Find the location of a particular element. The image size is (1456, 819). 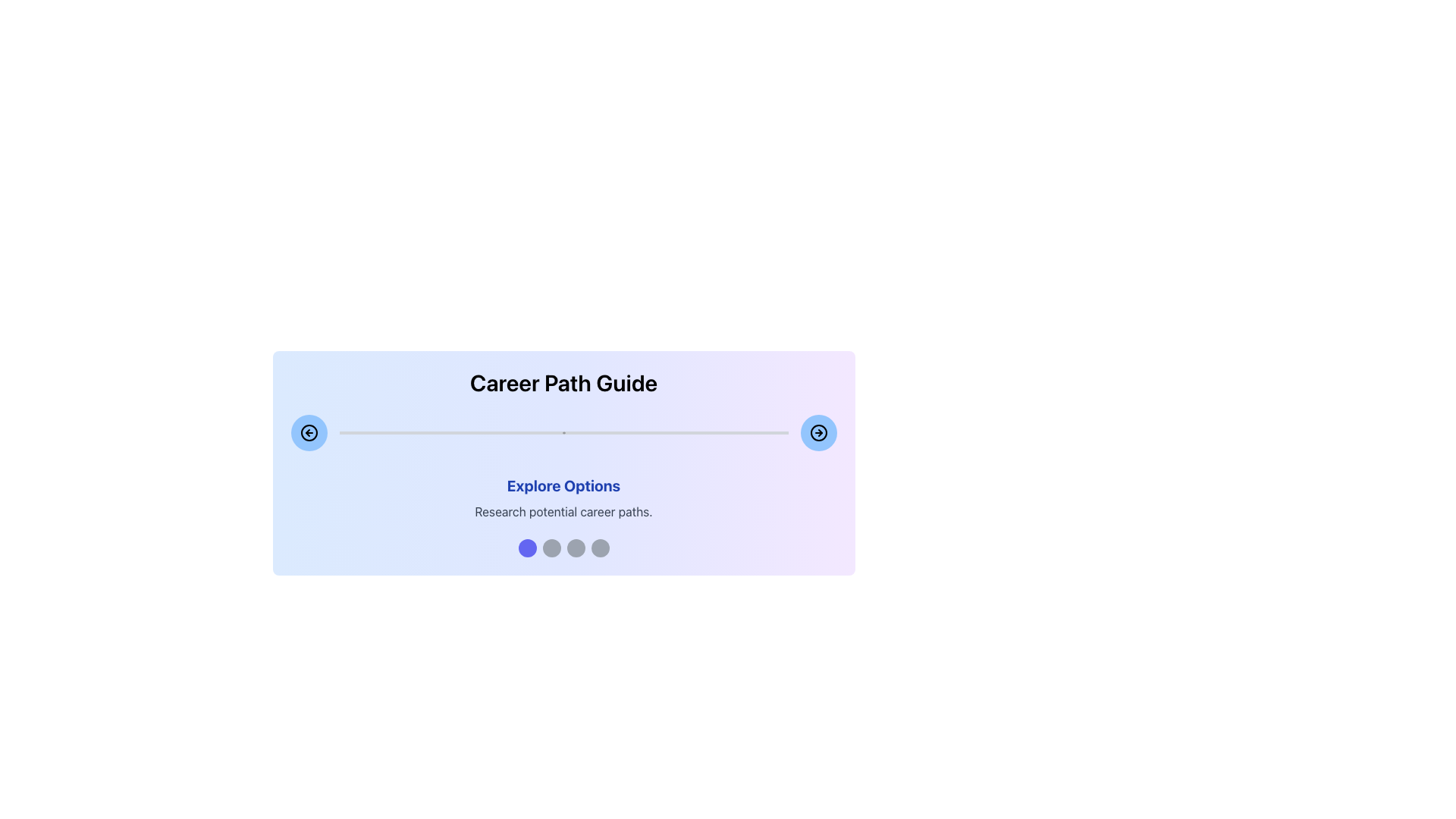

the fourth button in the horizontal row of four buttons, located below the 'Explore Options' text is located at coordinates (599, 548).